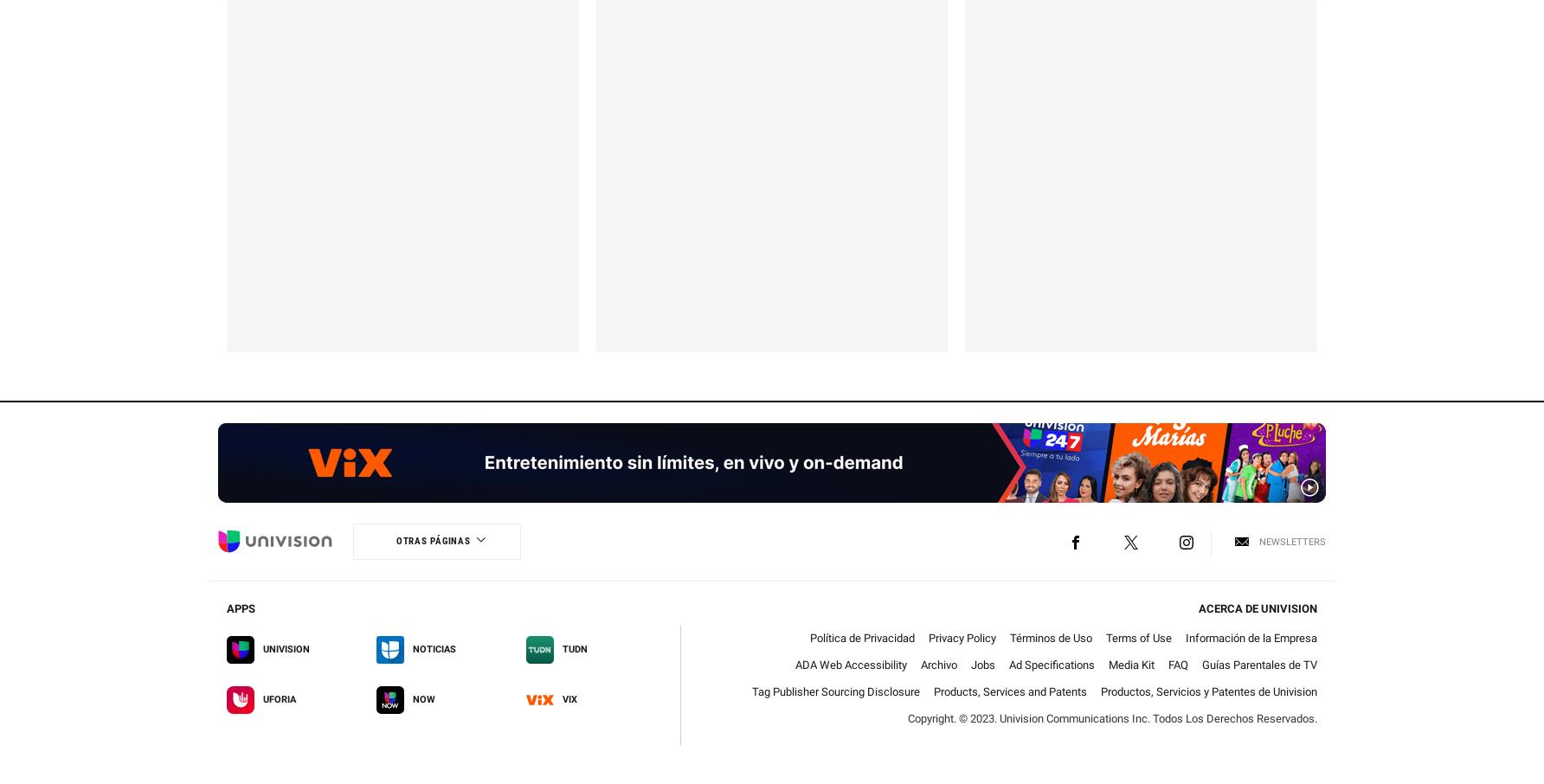 This screenshot has width=1544, height=784. I want to click on 'Tag Publisher Sourcing Disclosure', so click(834, 691).